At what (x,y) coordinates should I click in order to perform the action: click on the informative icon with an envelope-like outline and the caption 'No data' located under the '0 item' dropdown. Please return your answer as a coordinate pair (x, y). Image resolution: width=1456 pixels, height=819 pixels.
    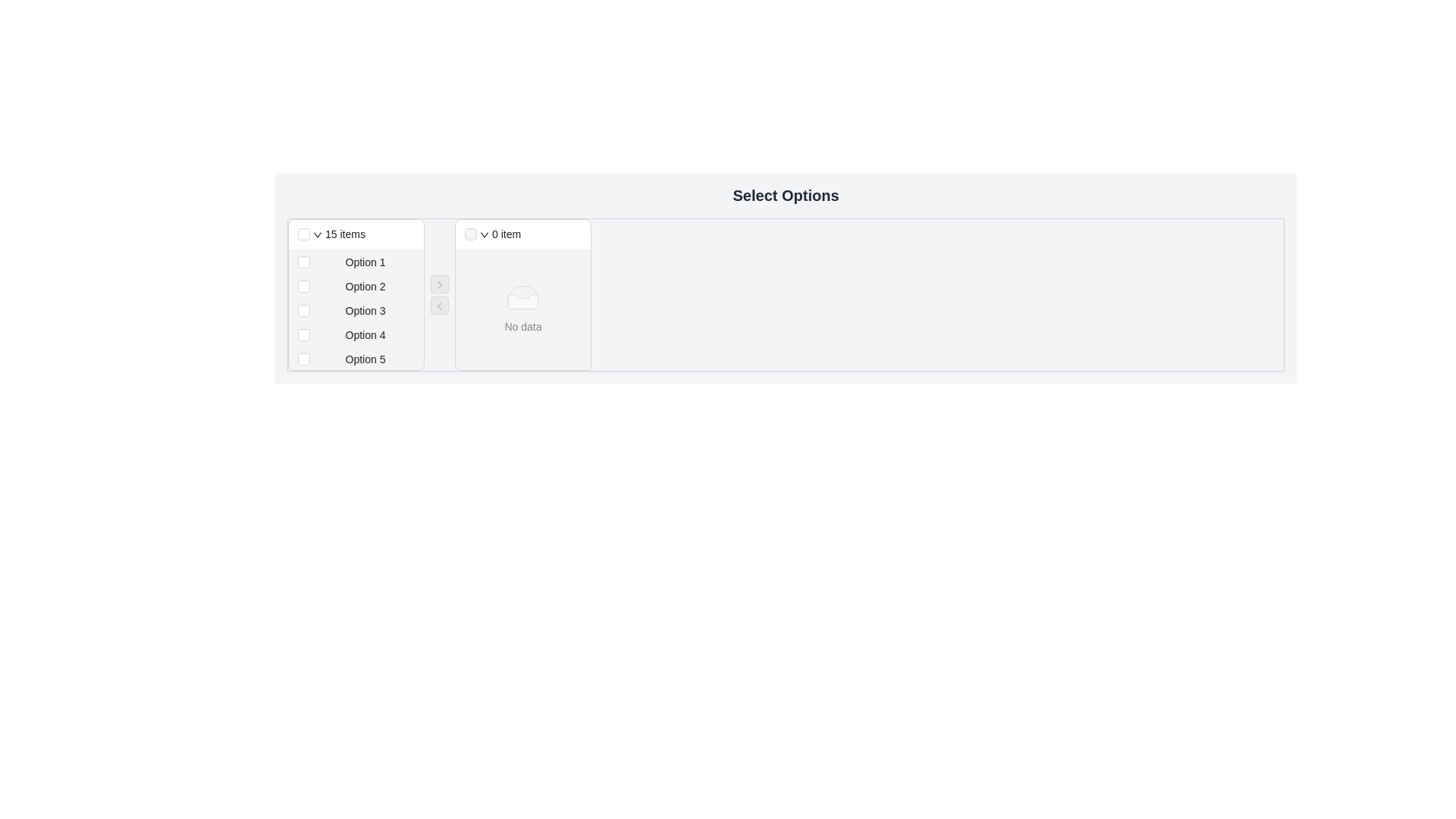
    Looking at the image, I should click on (523, 298).